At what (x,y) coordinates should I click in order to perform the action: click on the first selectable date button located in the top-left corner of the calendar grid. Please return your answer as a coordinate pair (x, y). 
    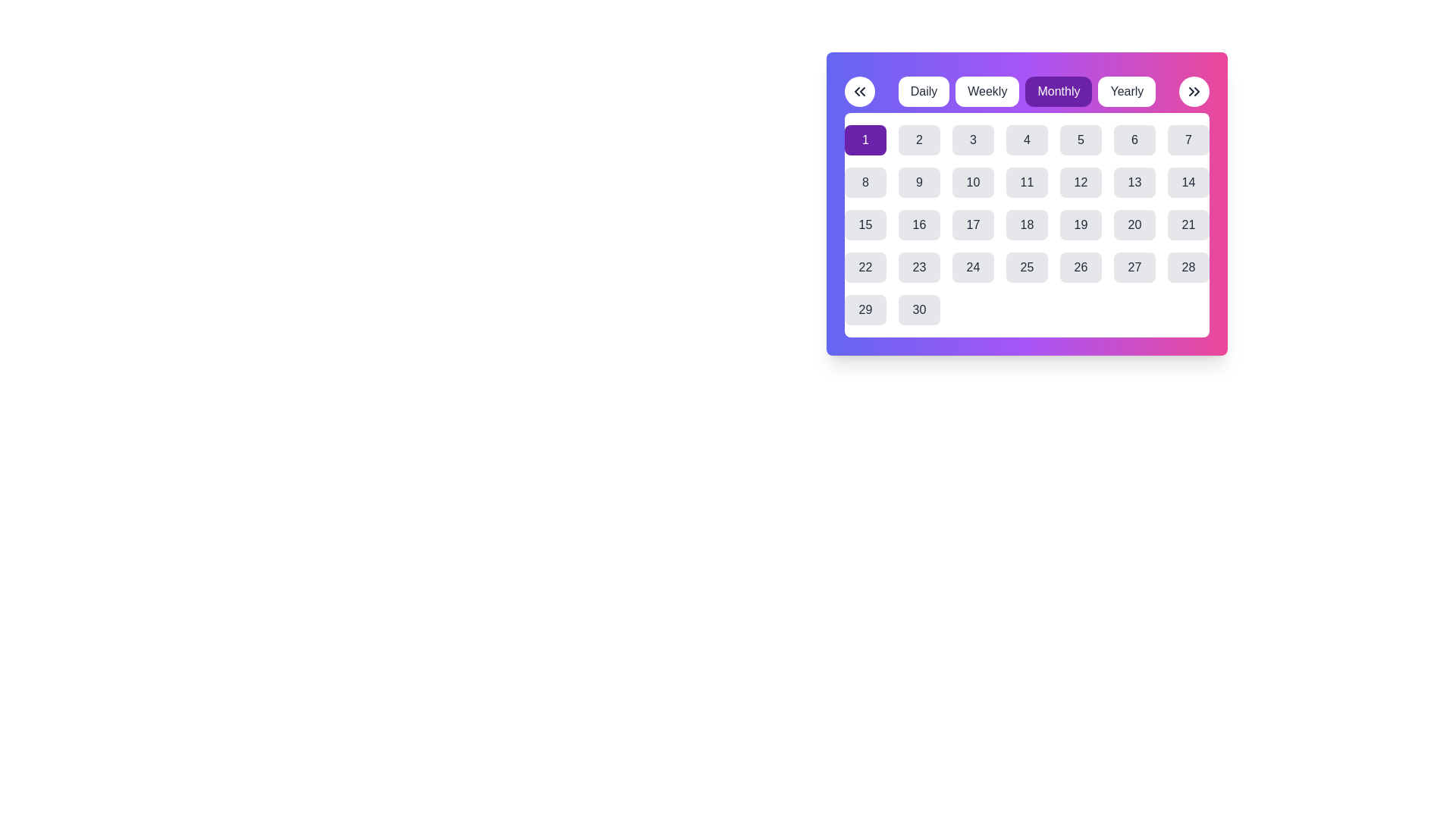
    Looking at the image, I should click on (865, 140).